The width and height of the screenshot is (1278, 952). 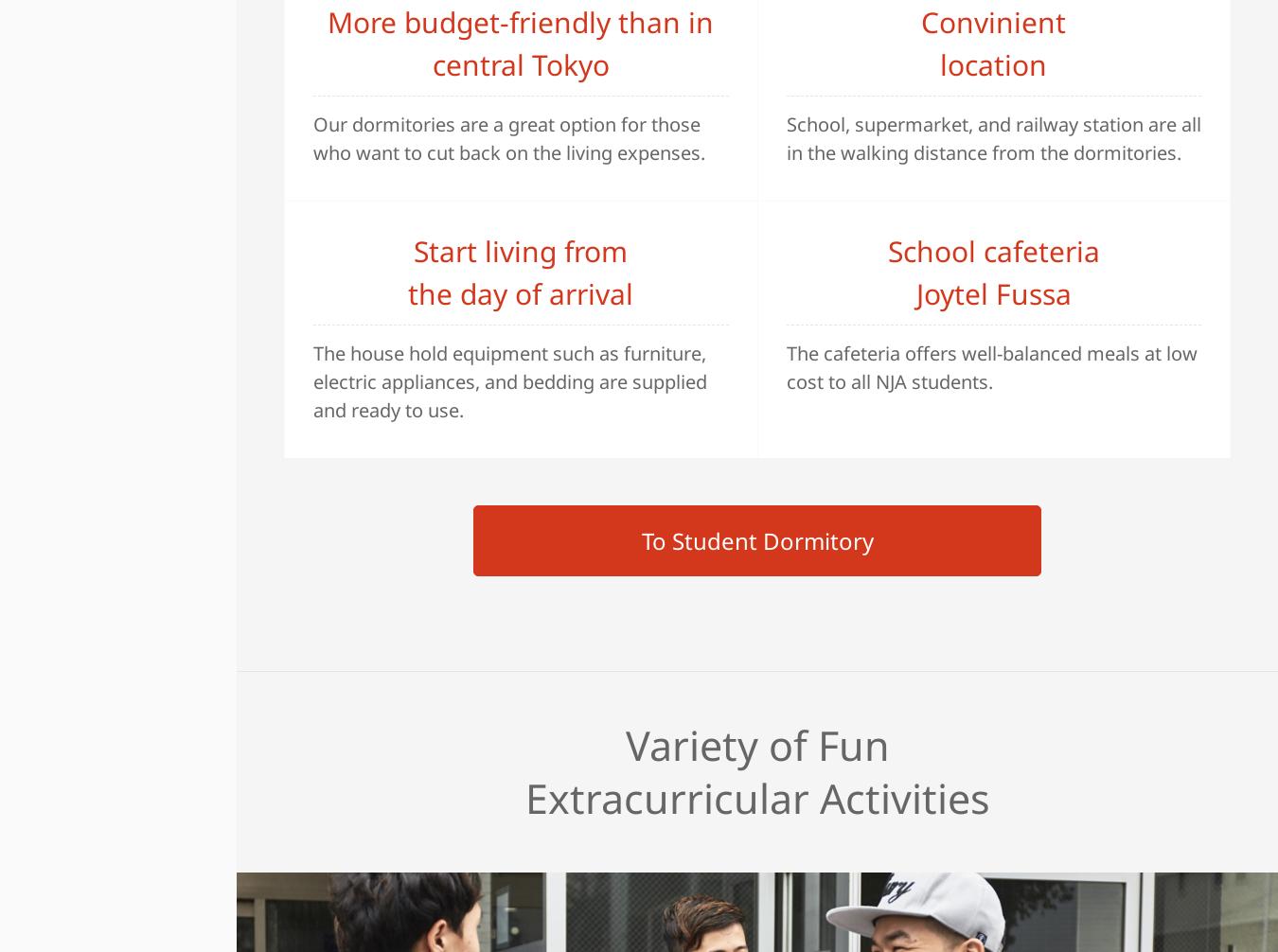 What do you see at coordinates (519, 291) in the screenshot?
I see `'the day of arrival'` at bounding box center [519, 291].